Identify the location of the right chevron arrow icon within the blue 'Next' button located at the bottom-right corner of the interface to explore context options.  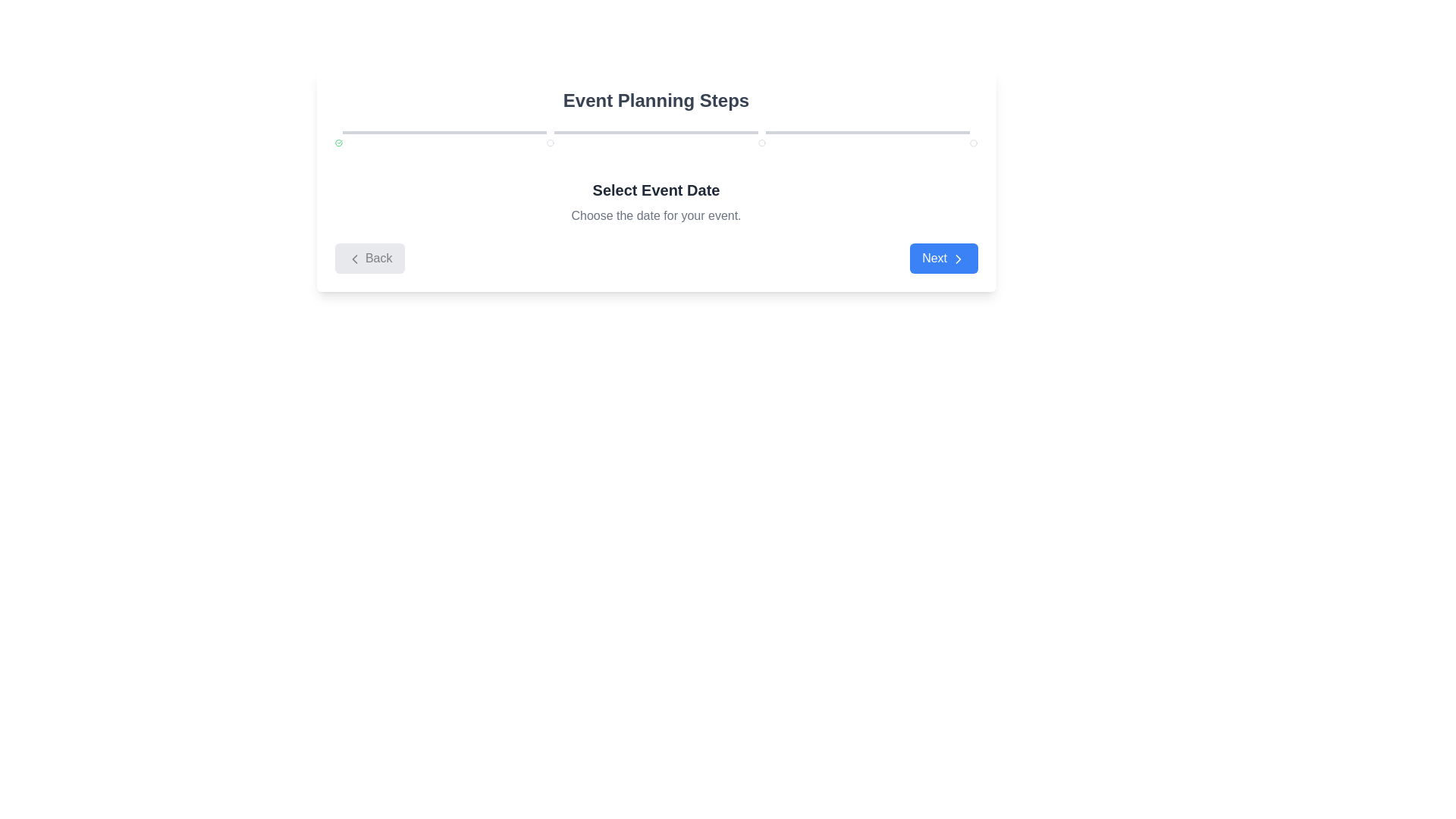
(957, 258).